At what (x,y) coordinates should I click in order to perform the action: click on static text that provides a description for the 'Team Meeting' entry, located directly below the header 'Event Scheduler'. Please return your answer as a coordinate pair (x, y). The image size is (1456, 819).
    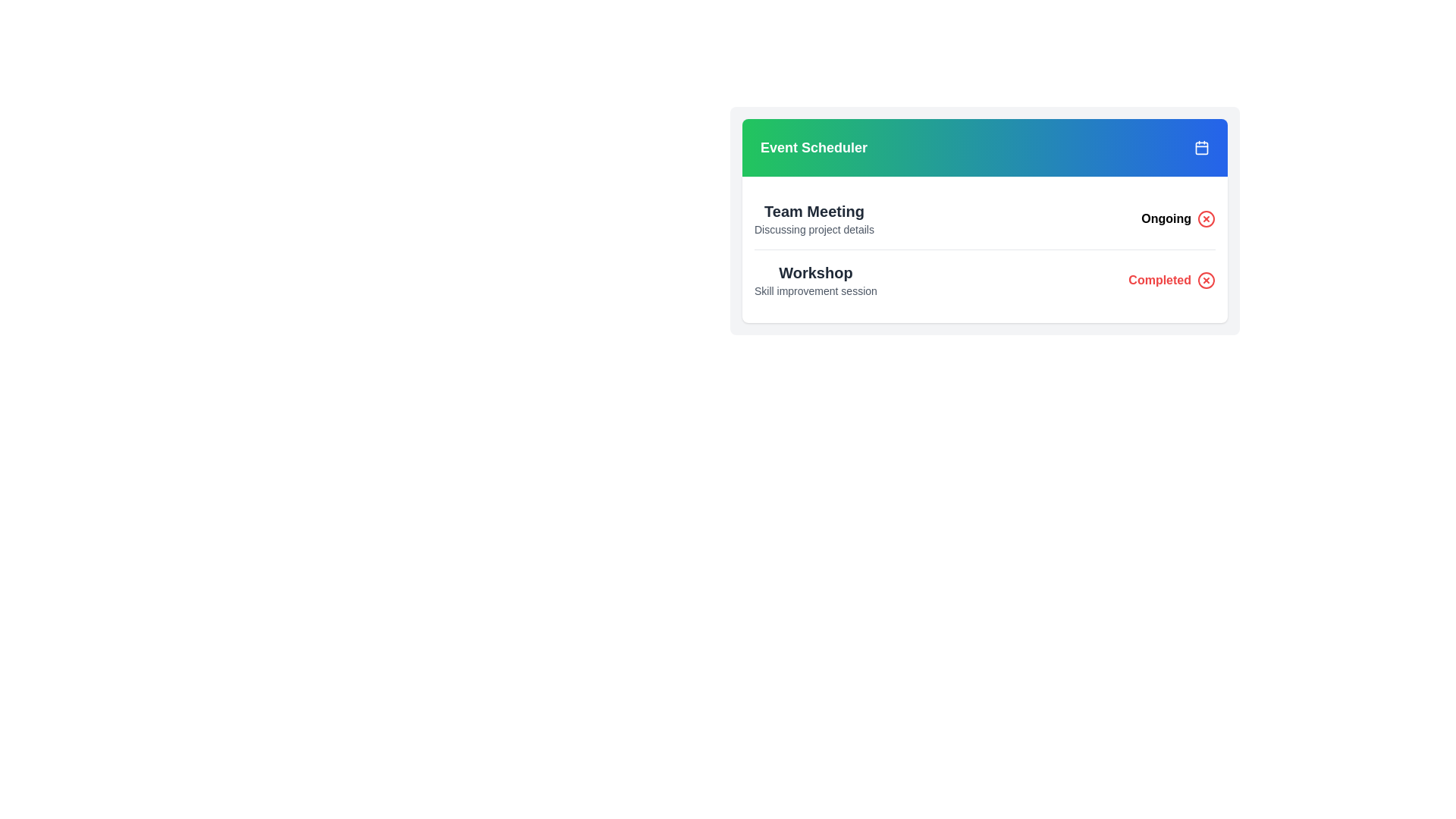
    Looking at the image, I should click on (814, 230).